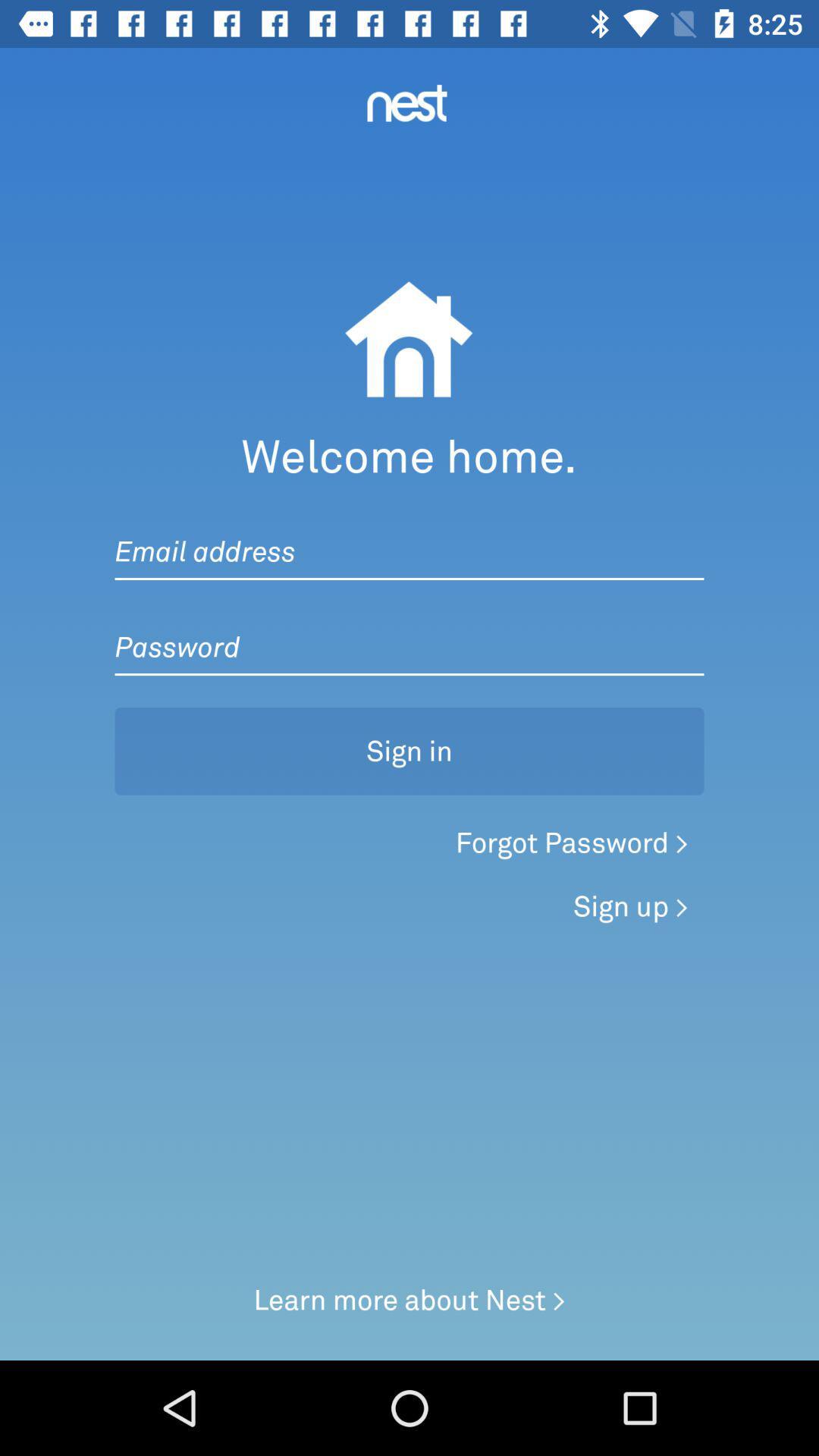 This screenshot has width=819, height=1456. I want to click on text field, so click(409, 536).